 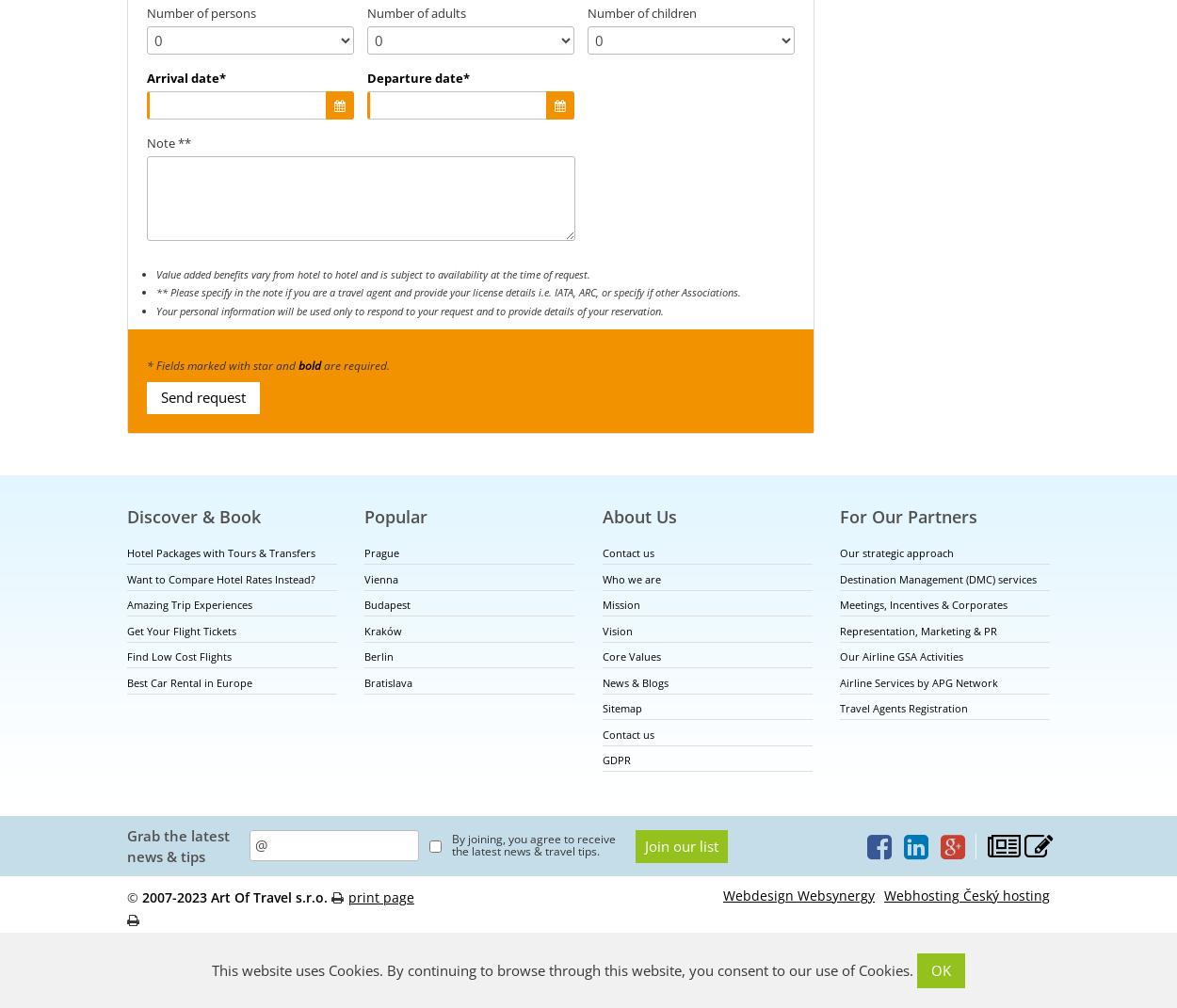 What do you see at coordinates (410, 309) in the screenshot?
I see `'Your personal information will be used only to respond to your request and to provide details of your reservation.'` at bounding box center [410, 309].